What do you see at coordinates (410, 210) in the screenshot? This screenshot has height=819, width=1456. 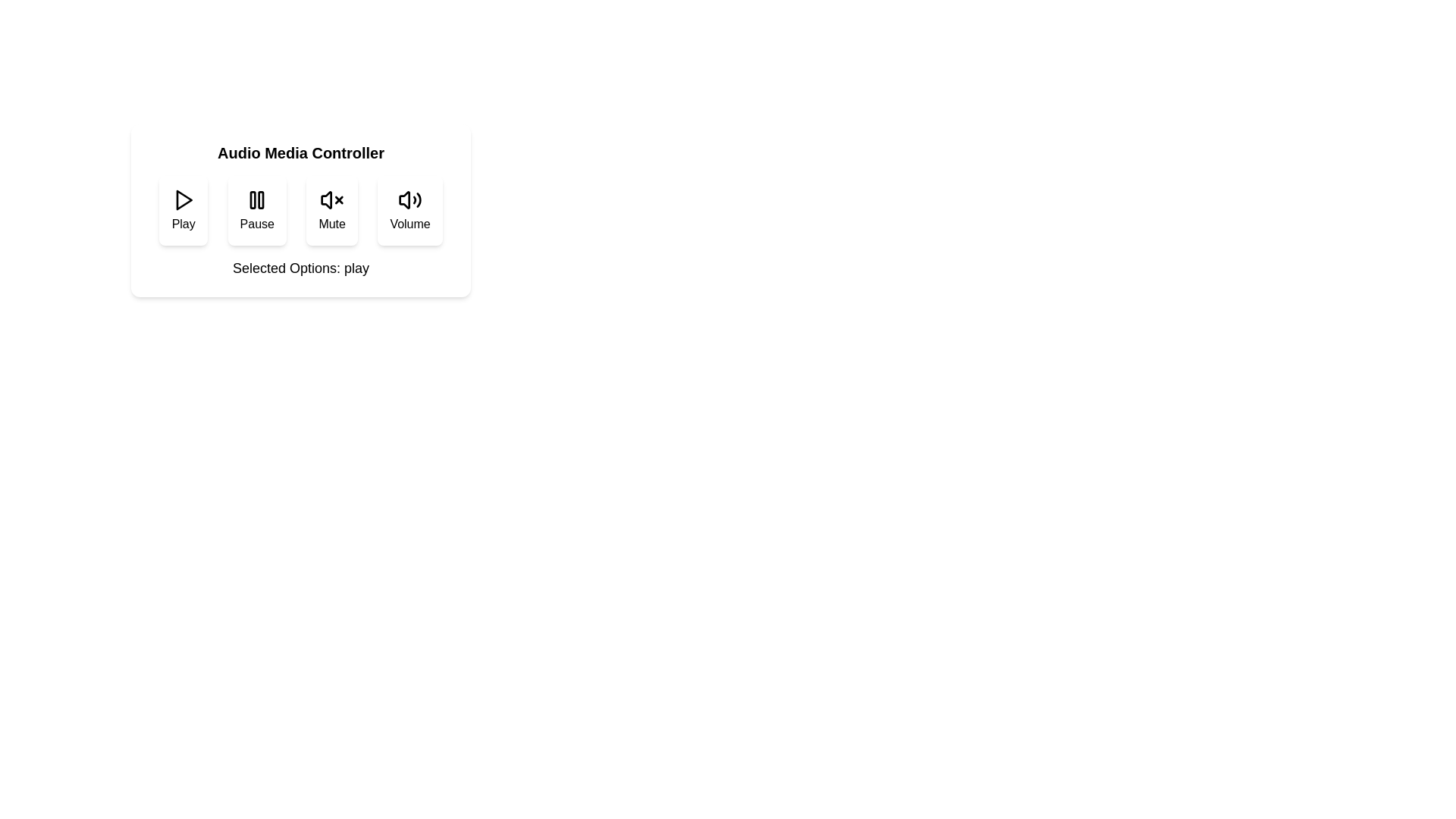 I see `the 'Volume' button to toggle its state` at bounding box center [410, 210].